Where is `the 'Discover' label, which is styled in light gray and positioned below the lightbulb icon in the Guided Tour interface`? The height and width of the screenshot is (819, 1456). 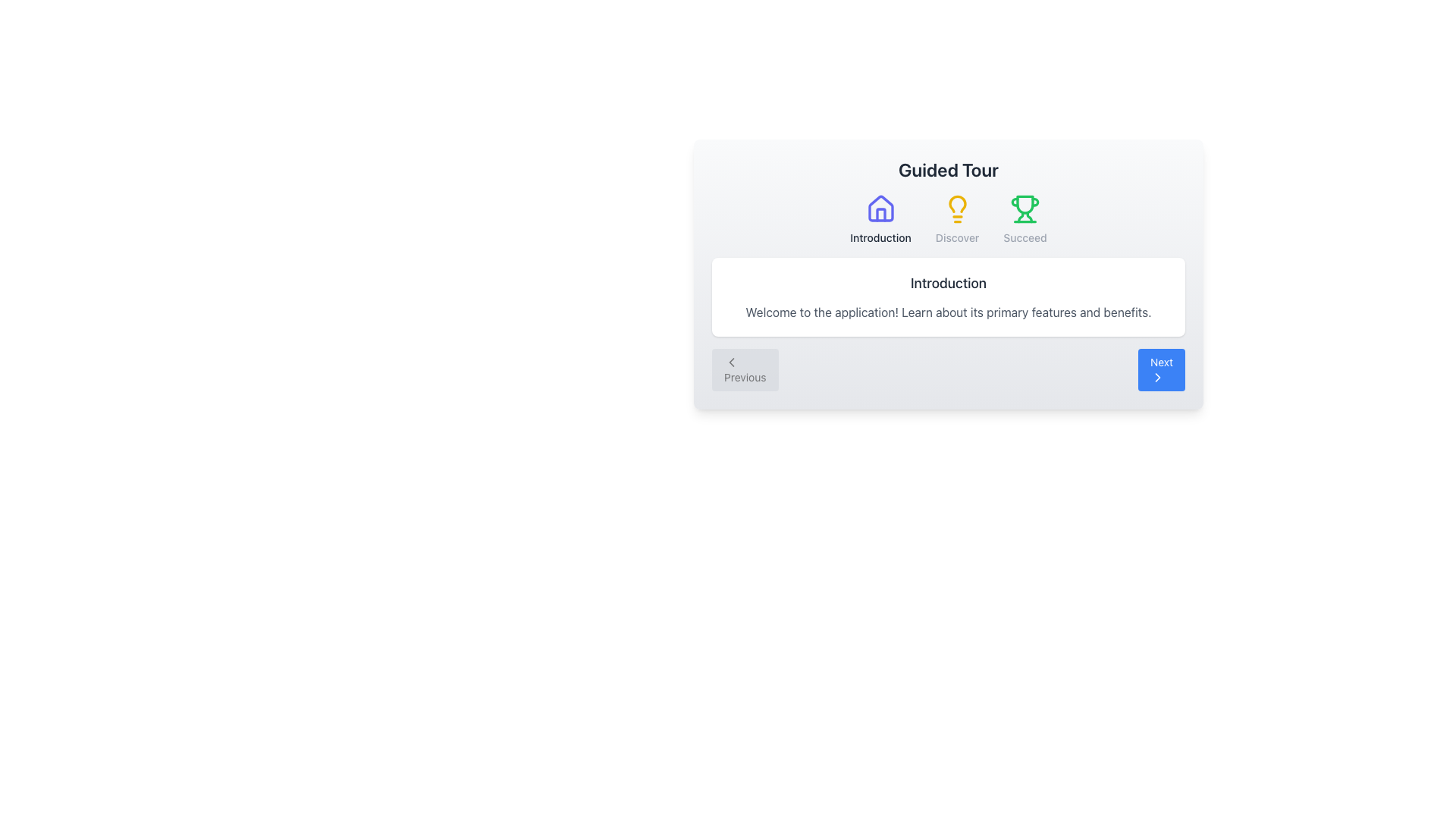 the 'Discover' label, which is styled in light gray and positioned below the lightbulb icon in the Guided Tour interface is located at coordinates (956, 237).